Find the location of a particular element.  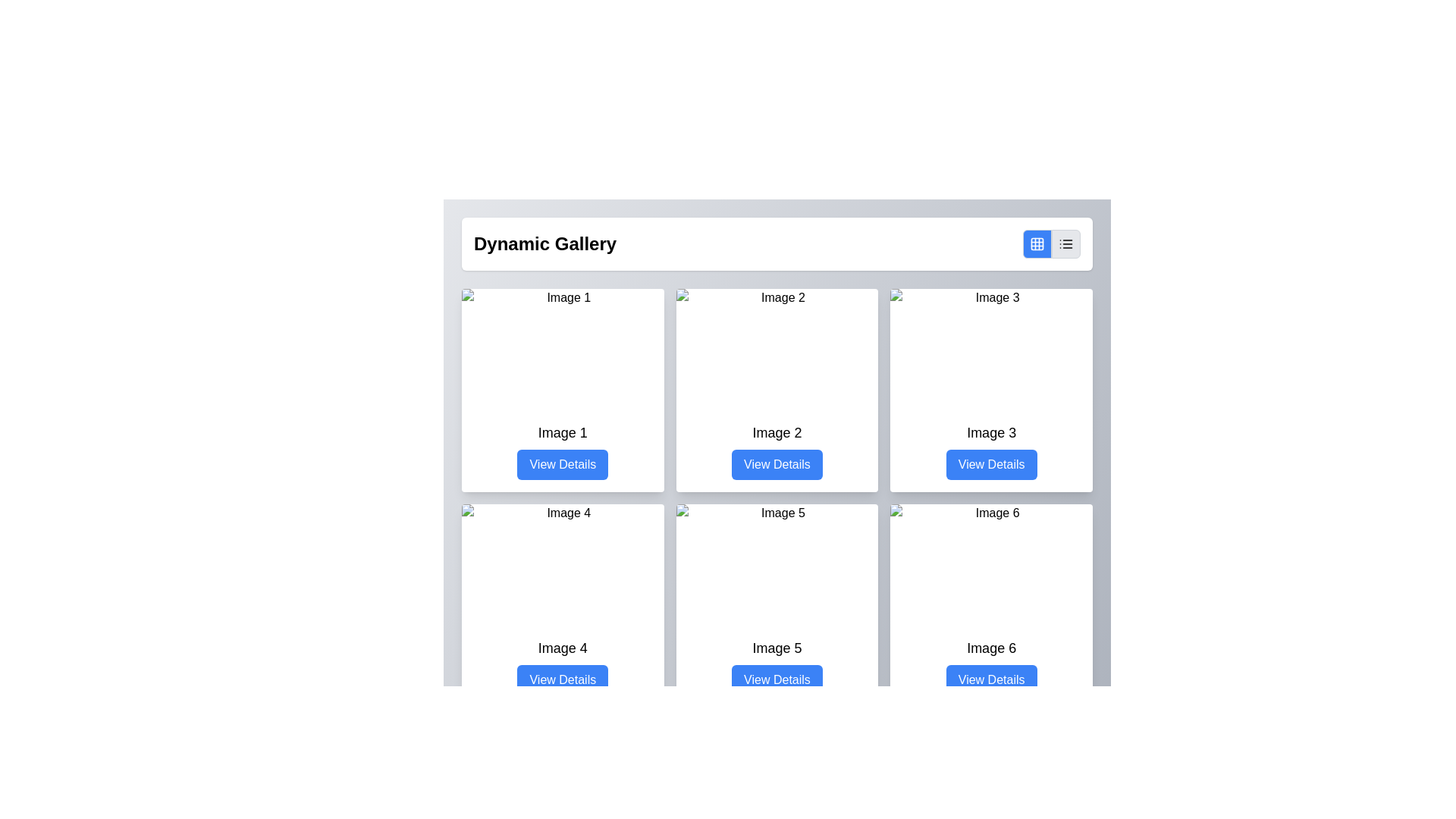

the 'View Details' button associated with the 'Image 5' label in the composite UI component located at the center of the bottom row in the grid layout is located at coordinates (777, 666).